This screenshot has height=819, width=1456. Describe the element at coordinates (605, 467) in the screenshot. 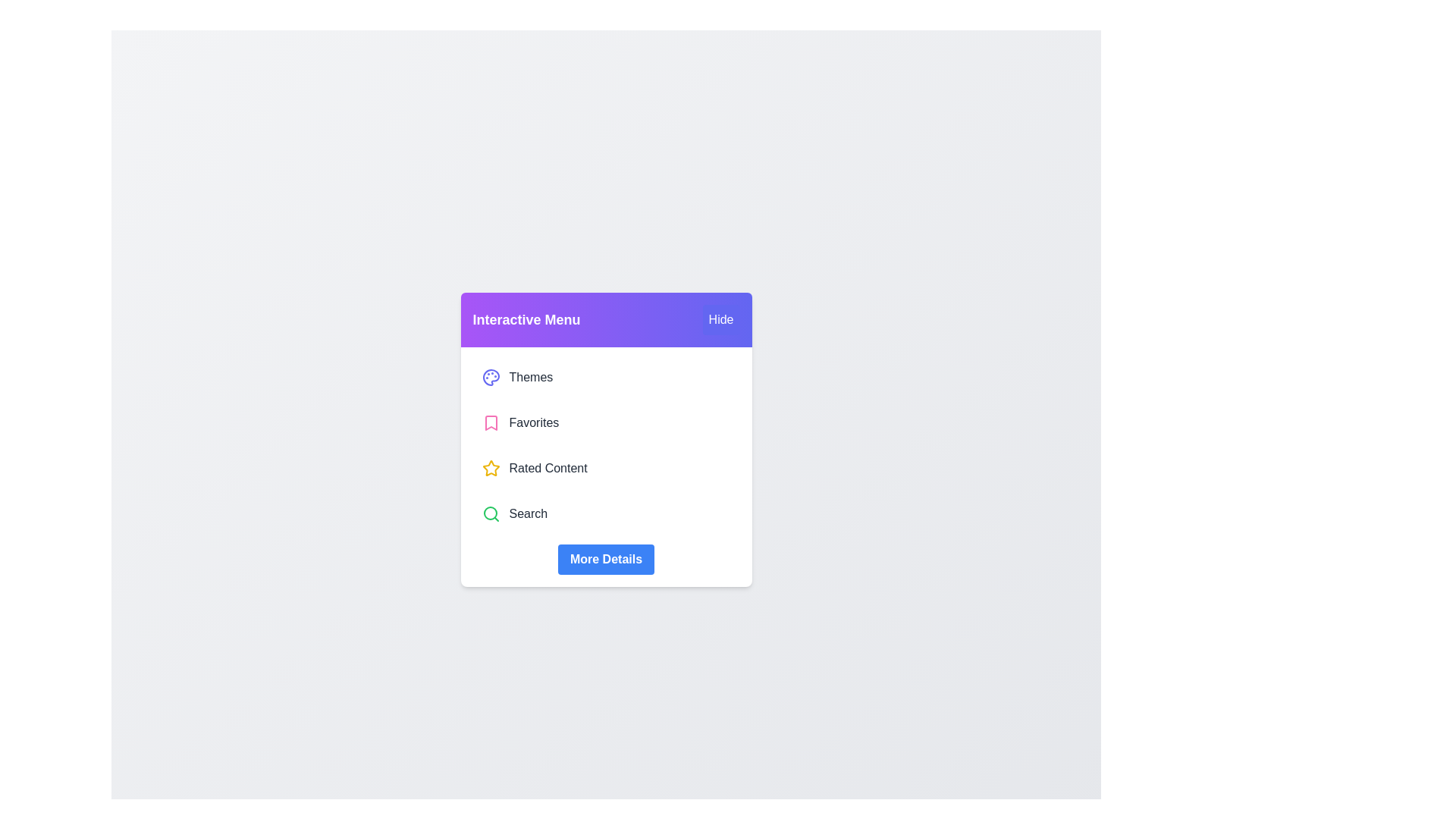

I see `the menu item labeled Rated Content` at that location.